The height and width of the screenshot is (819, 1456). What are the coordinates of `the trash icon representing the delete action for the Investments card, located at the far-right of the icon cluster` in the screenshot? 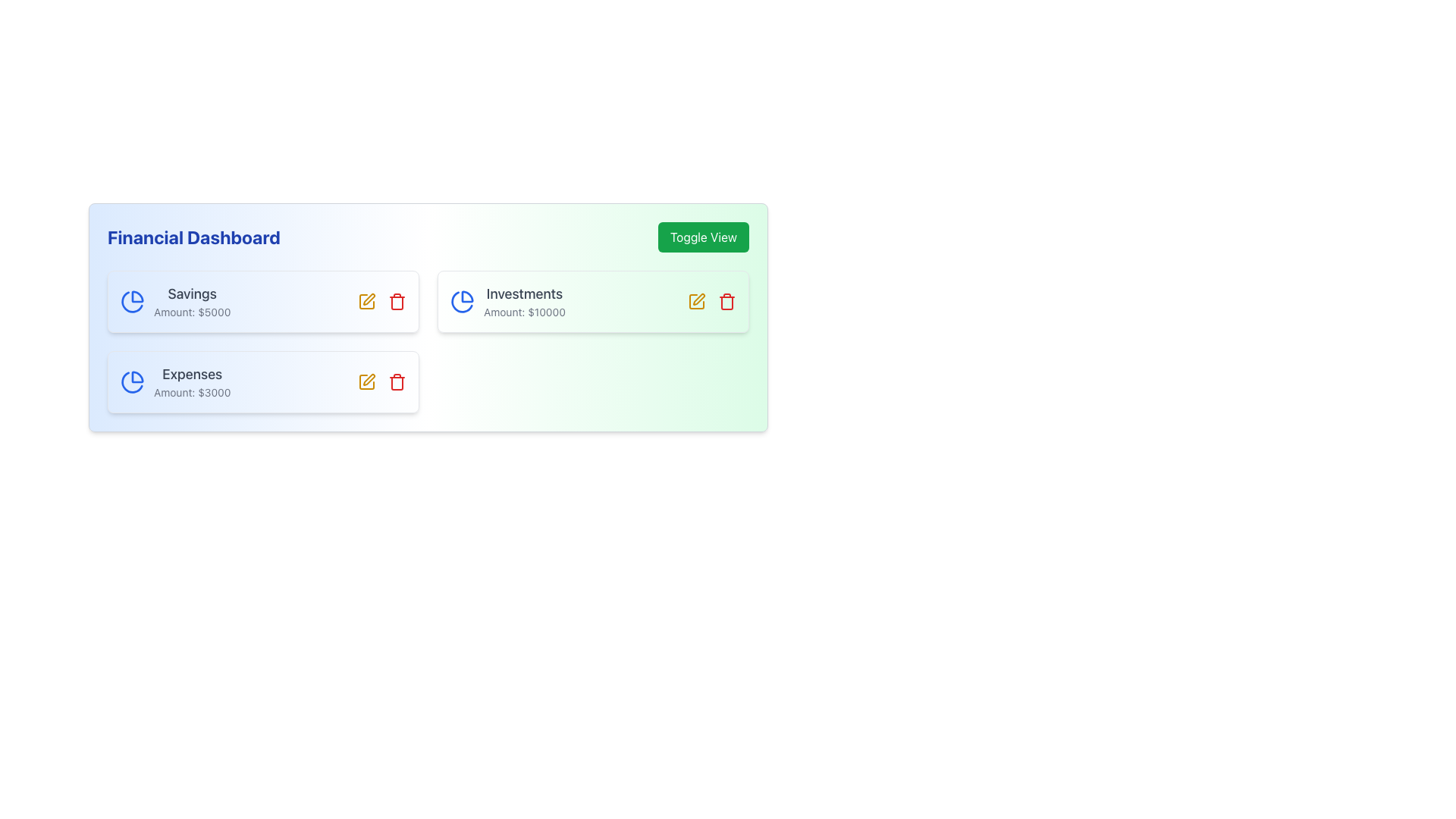 It's located at (726, 303).